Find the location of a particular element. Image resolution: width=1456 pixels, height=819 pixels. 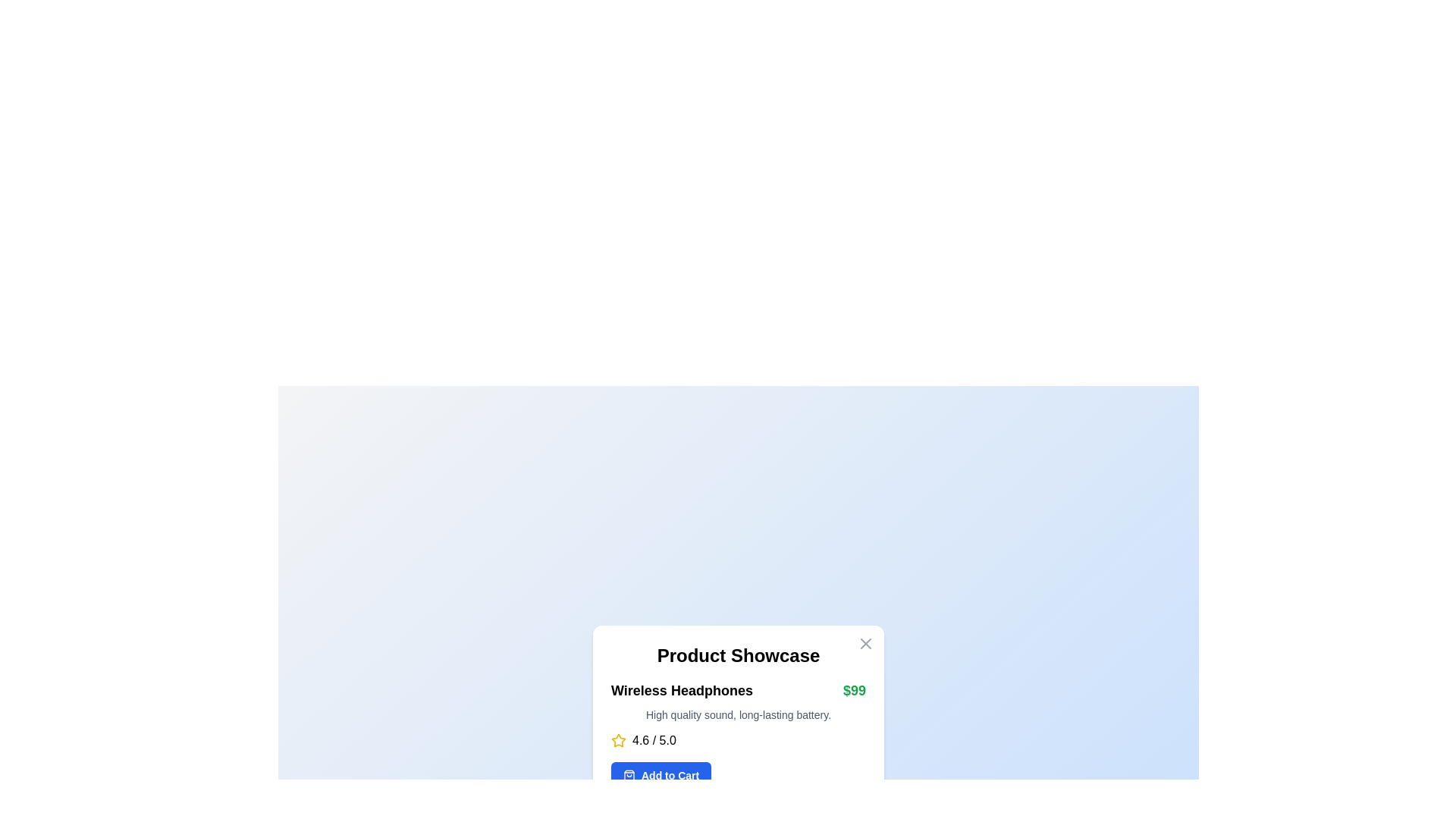

the product features description text located below the product name 'Wireless Headphones' and above the product rating '4.6 / 5.0' is located at coordinates (739, 714).